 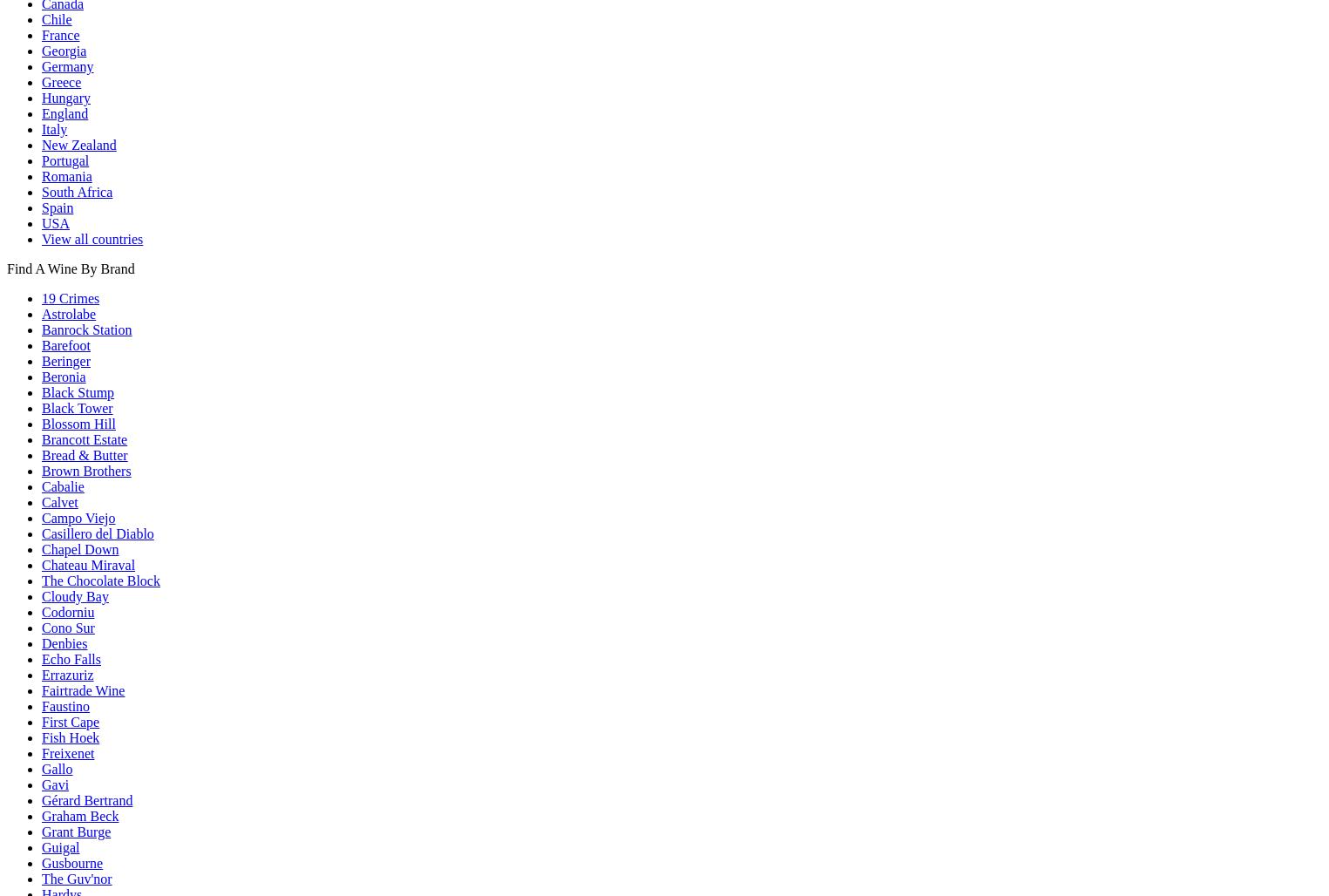 What do you see at coordinates (65, 360) in the screenshot?
I see `'Beringer'` at bounding box center [65, 360].